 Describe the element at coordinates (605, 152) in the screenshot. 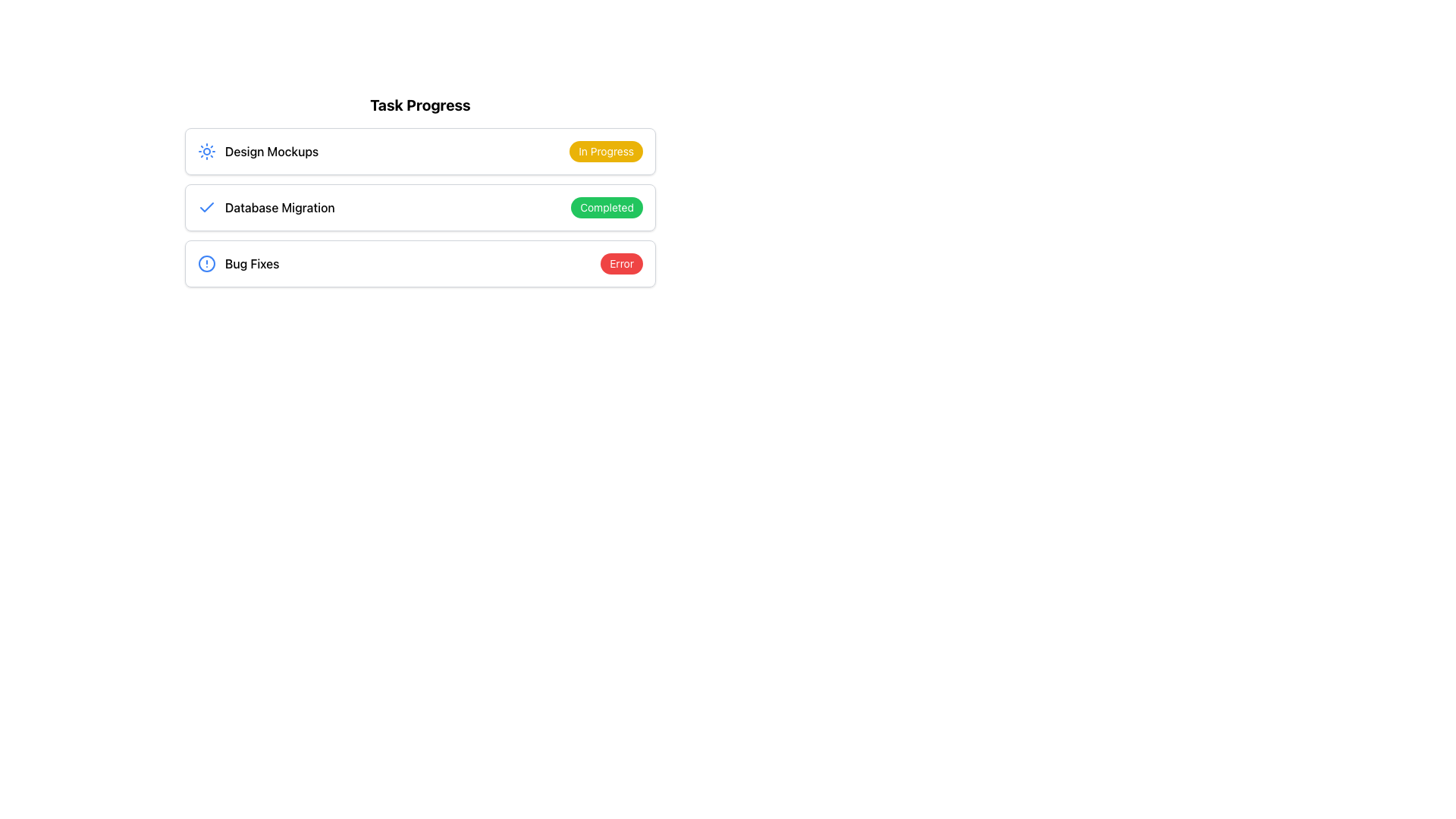

I see `the status indicator badge located to the right of the 'Design Mockups' item in the 'Task Progress' list to understand the current task status` at that location.